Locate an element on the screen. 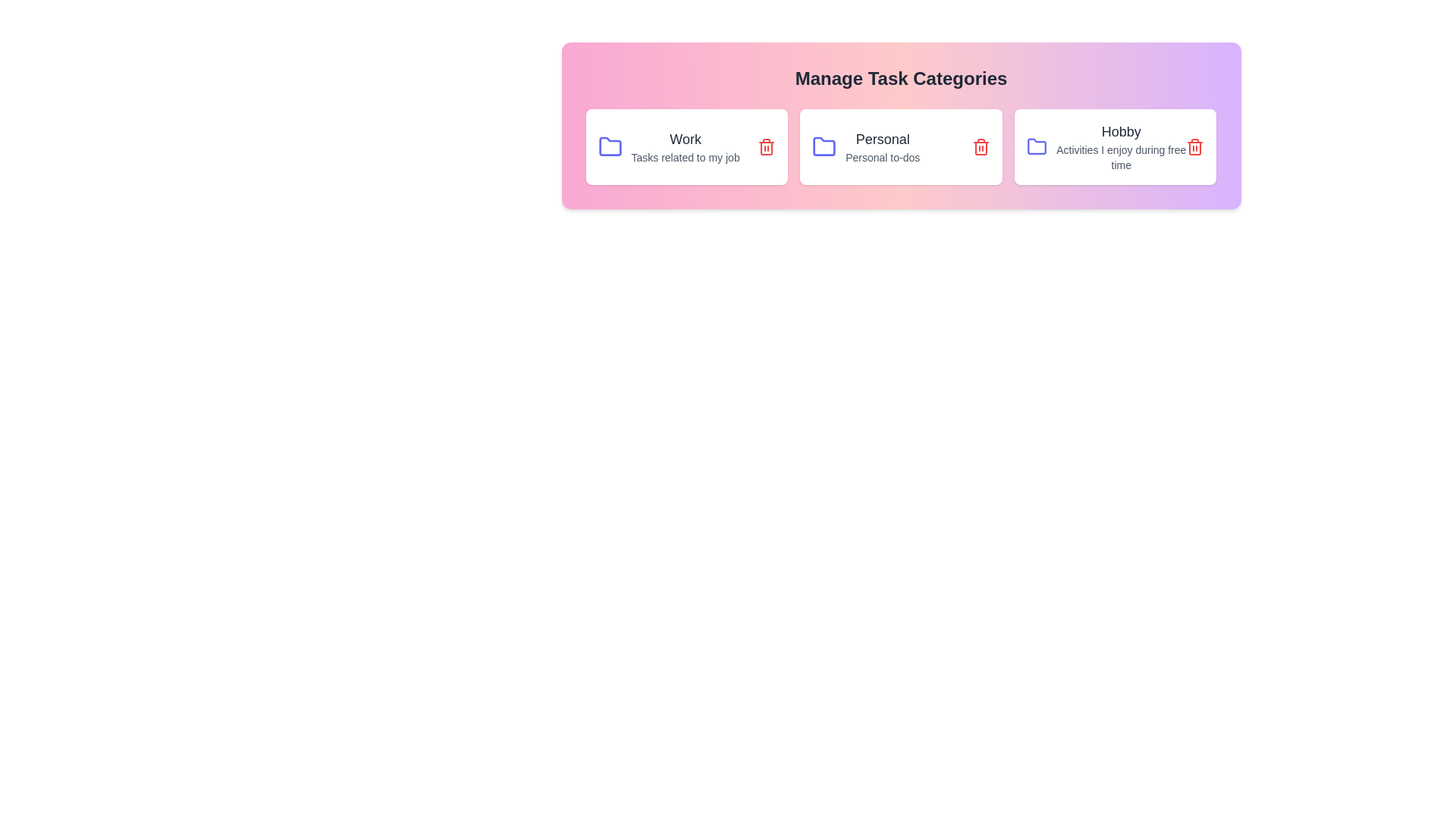 This screenshot has width=1456, height=819. the category card labeled 'Hobby' to observe hover effects is located at coordinates (1116, 146).